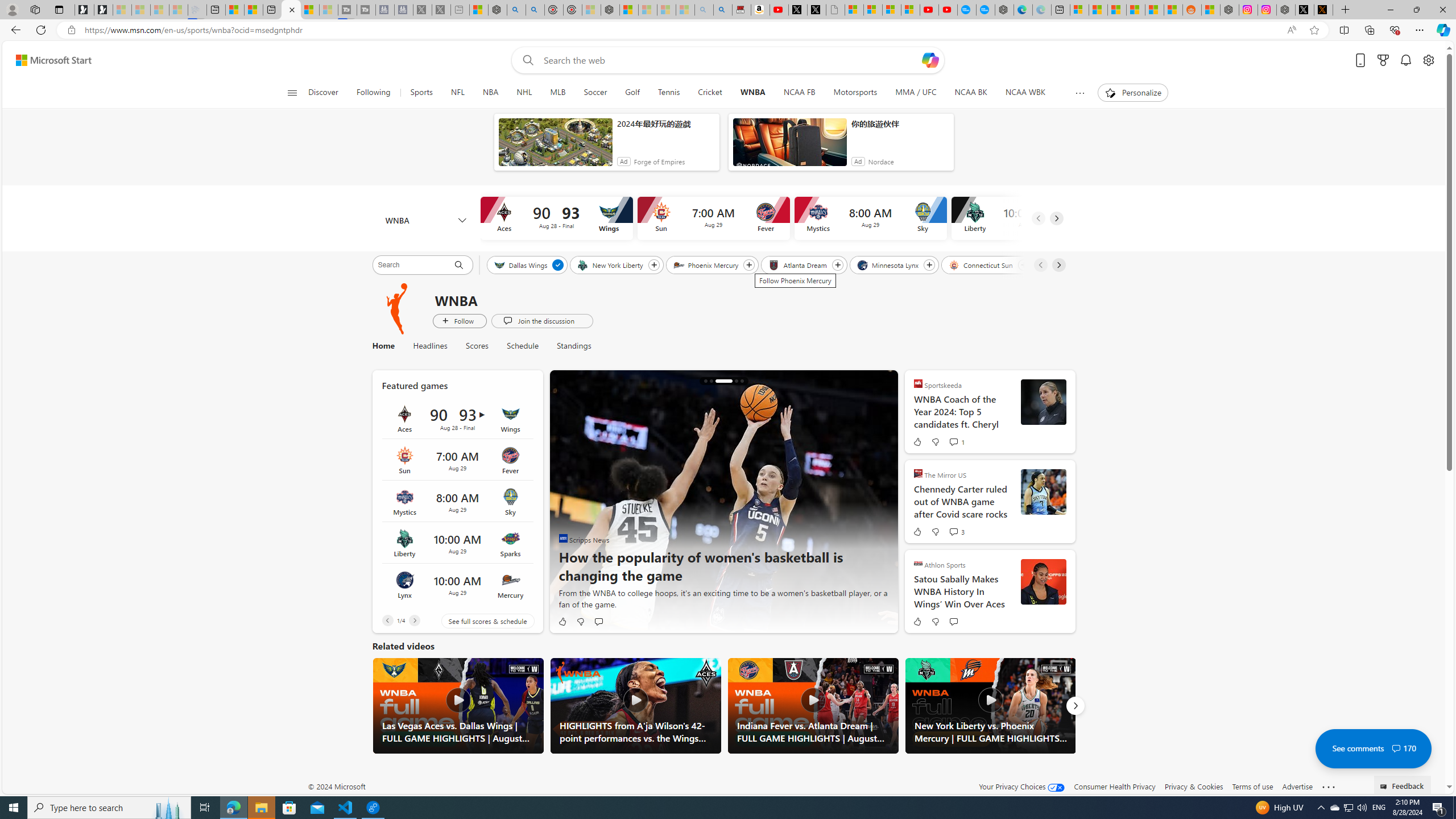 Image resolution: width=1456 pixels, height=819 pixels. Describe the element at coordinates (1252, 786) in the screenshot. I see `'Terms of use'` at that location.